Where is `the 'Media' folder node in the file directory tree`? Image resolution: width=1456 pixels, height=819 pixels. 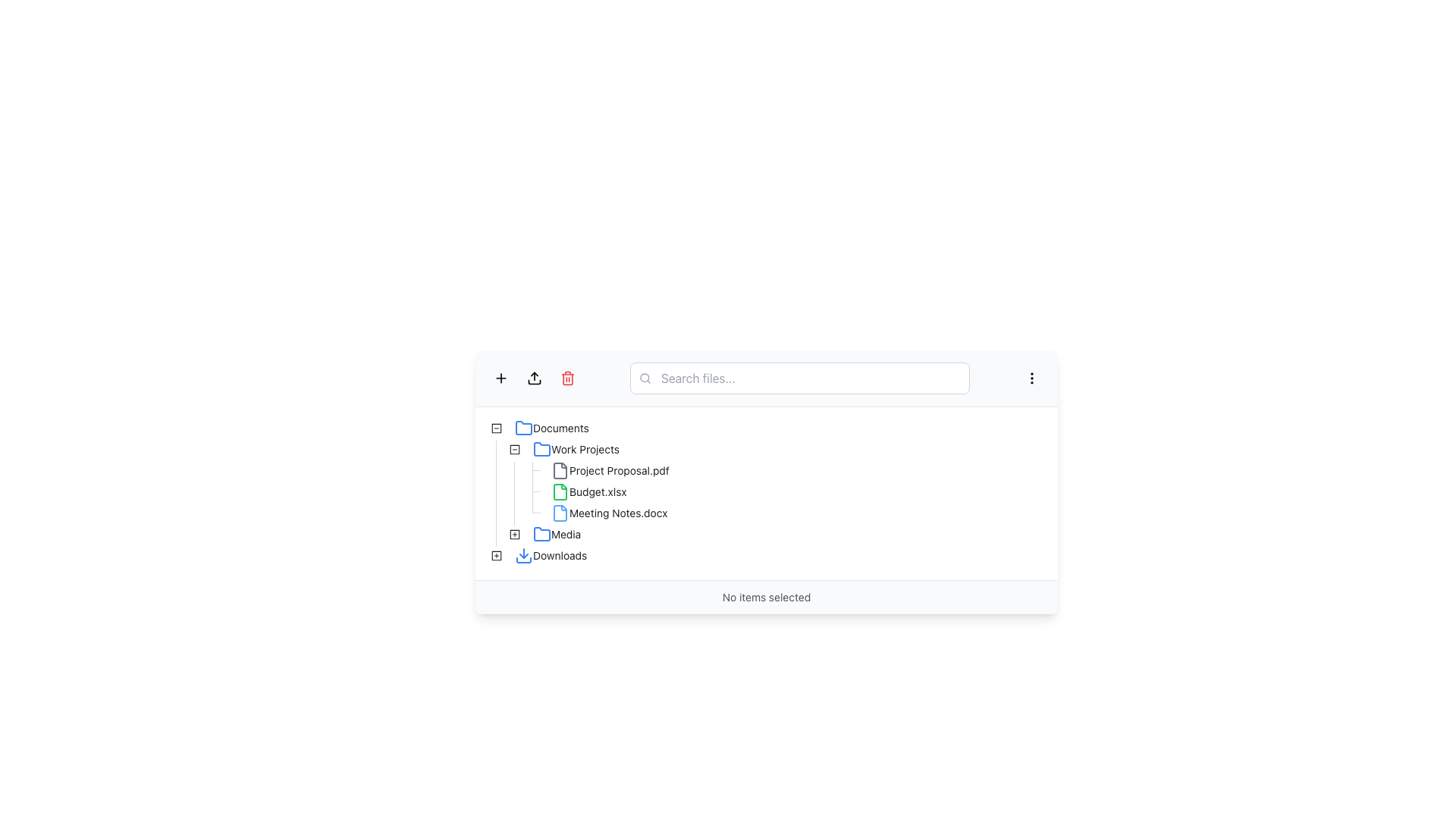
the 'Media' folder node in the file directory tree is located at coordinates (565, 533).